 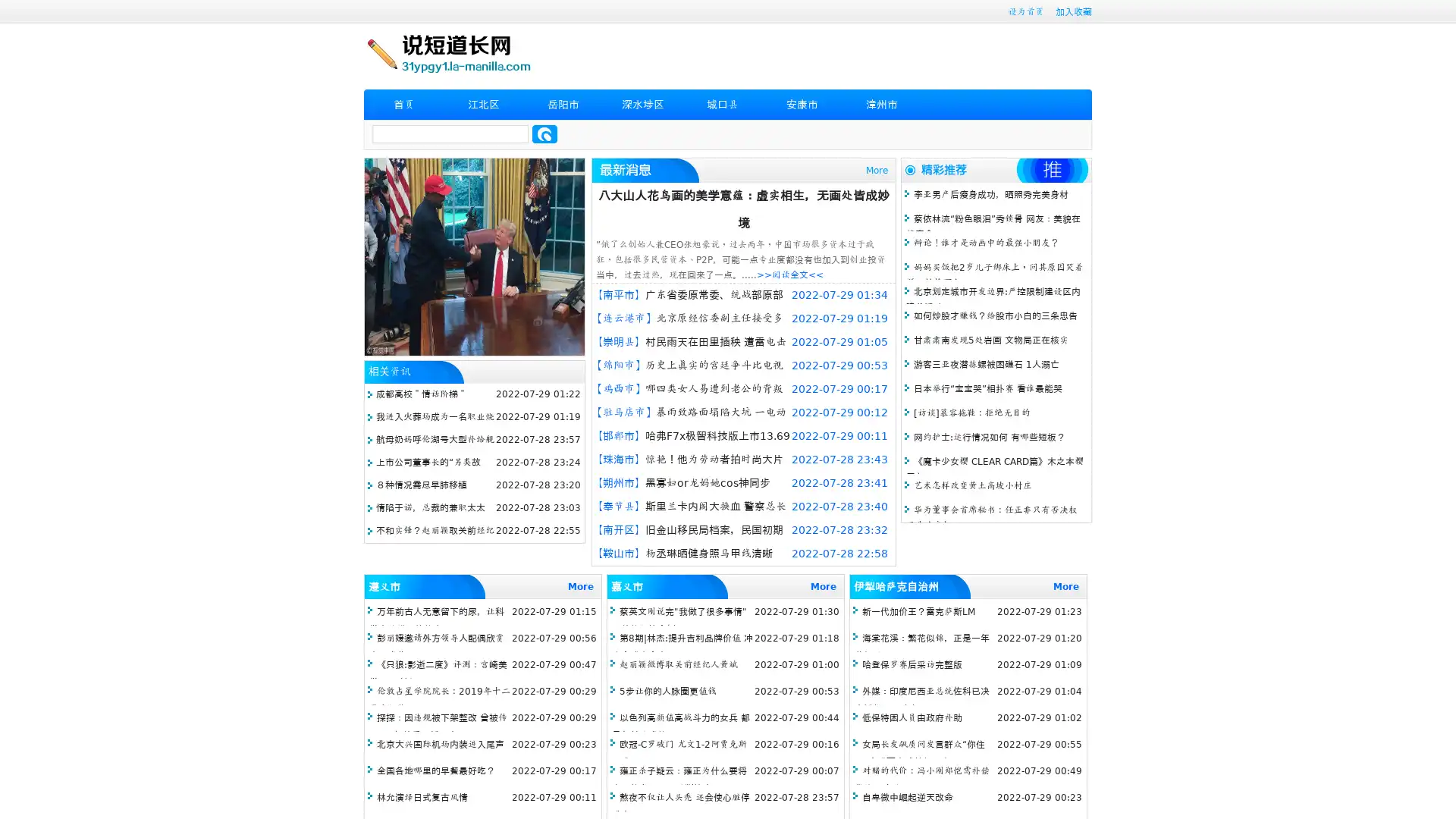 What do you see at coordinates (544, 133) in the screenshot?
I see `Search` at bounding box center [544, 133].